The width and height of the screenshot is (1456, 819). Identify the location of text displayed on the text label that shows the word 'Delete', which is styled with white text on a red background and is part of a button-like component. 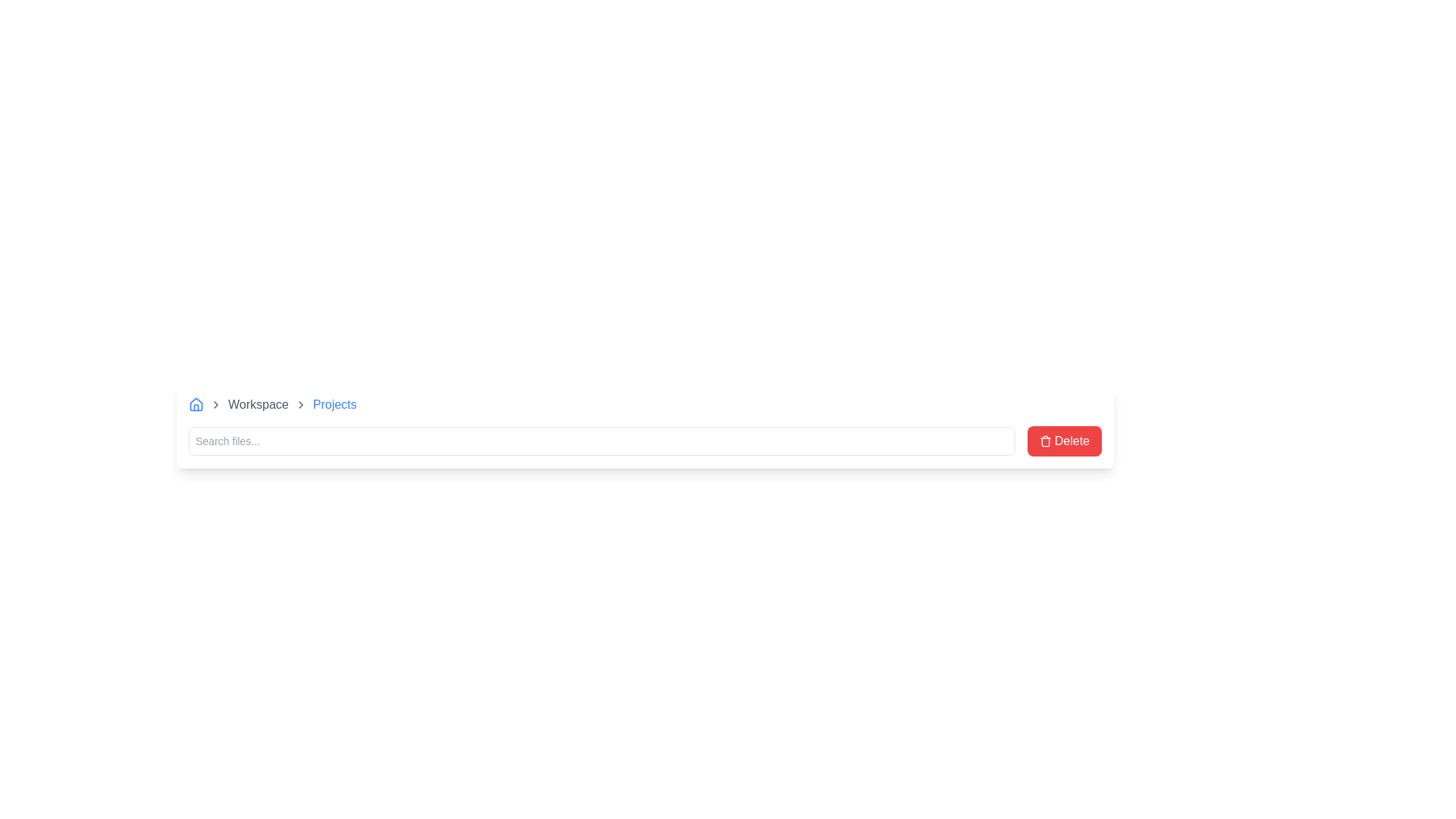
(1071, 441).